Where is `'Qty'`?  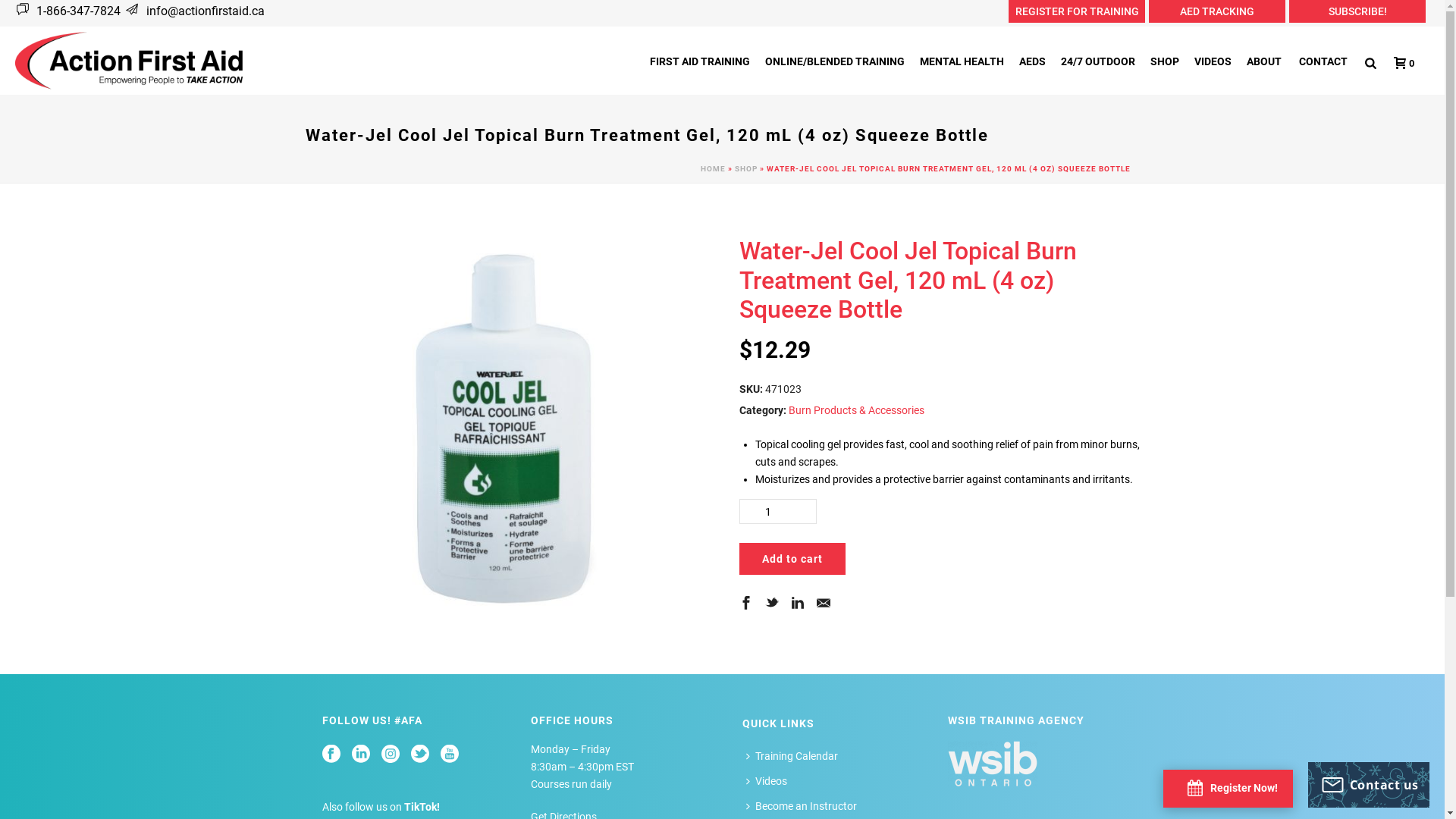 'Qty' is located at coordinates (777, 511).